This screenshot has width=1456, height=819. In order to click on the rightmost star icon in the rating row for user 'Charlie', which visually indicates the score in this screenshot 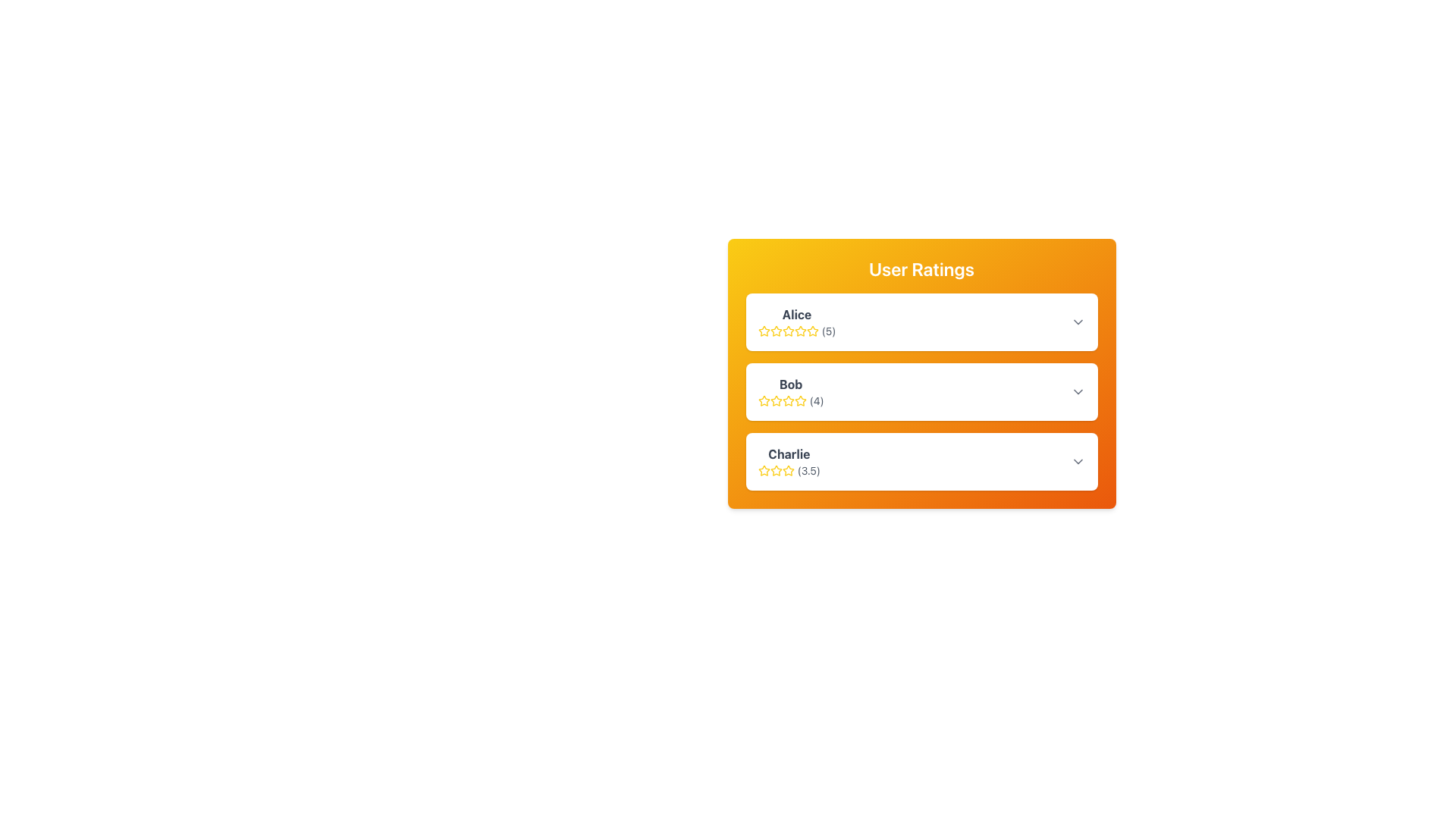, I will do `click(764, 469)`.